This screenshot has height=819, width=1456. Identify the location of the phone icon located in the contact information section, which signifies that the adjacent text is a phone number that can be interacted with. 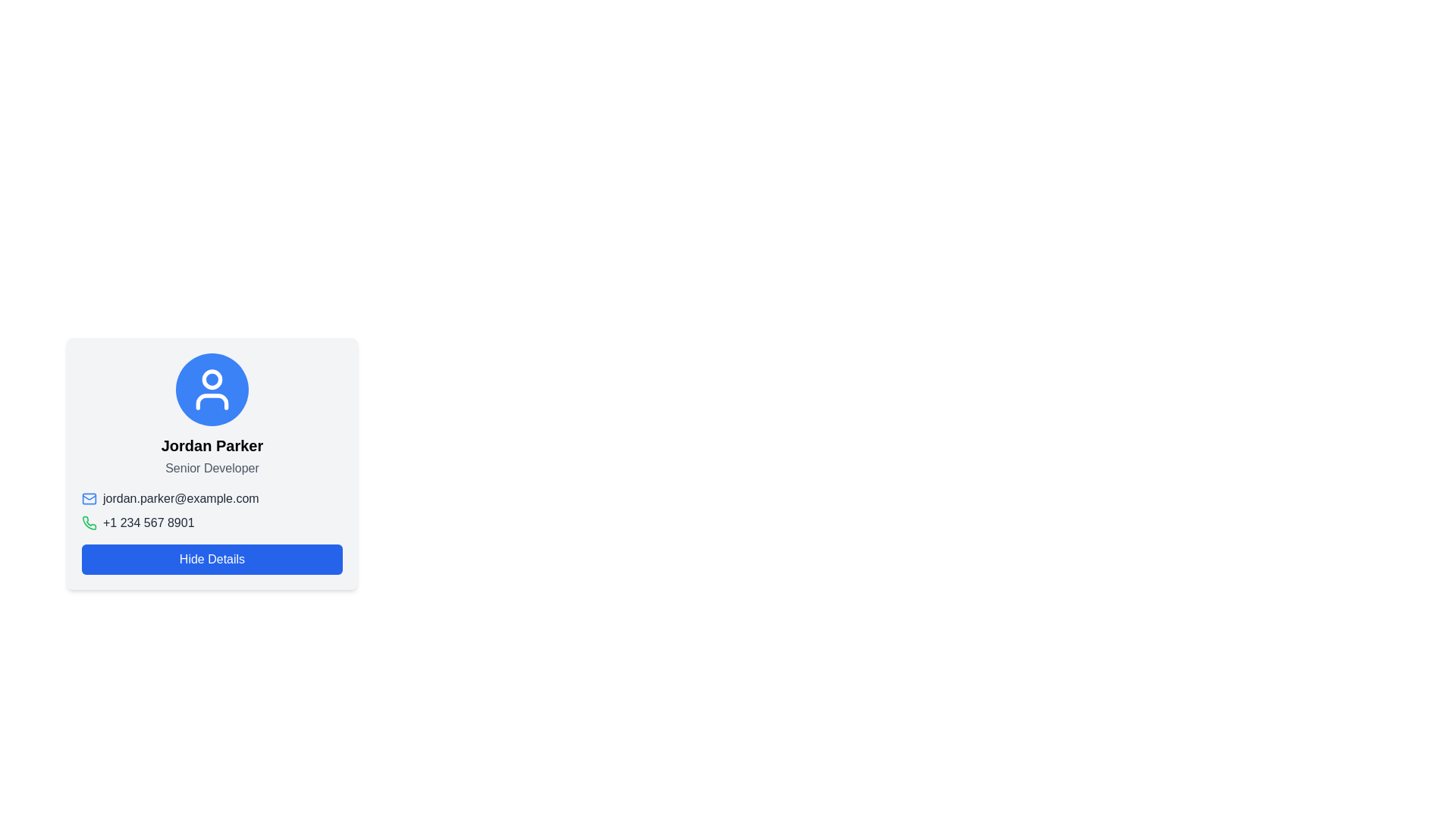
(89, 522).